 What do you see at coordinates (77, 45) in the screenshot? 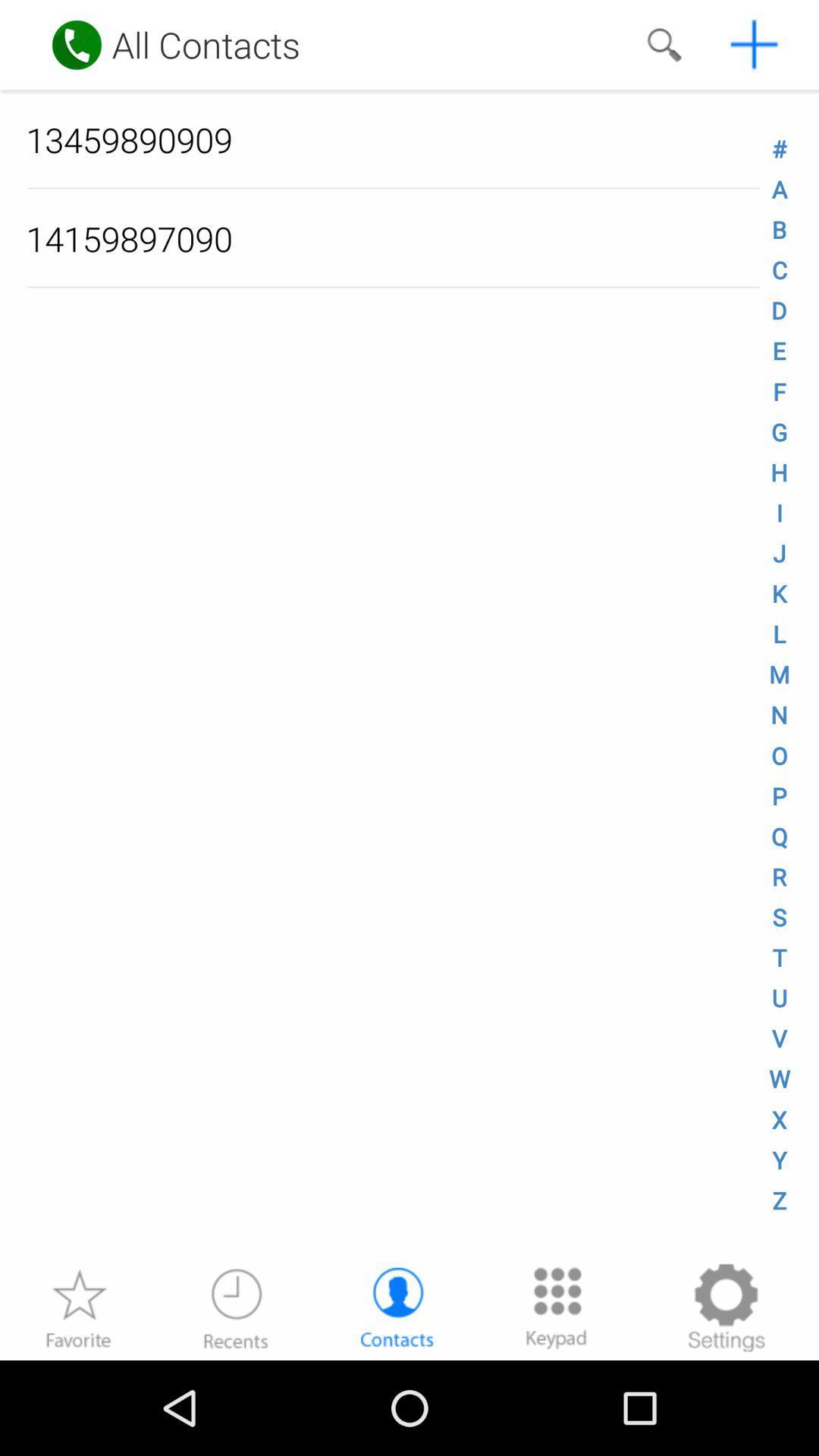
I see `make a call` at bounding box center [77, 45].